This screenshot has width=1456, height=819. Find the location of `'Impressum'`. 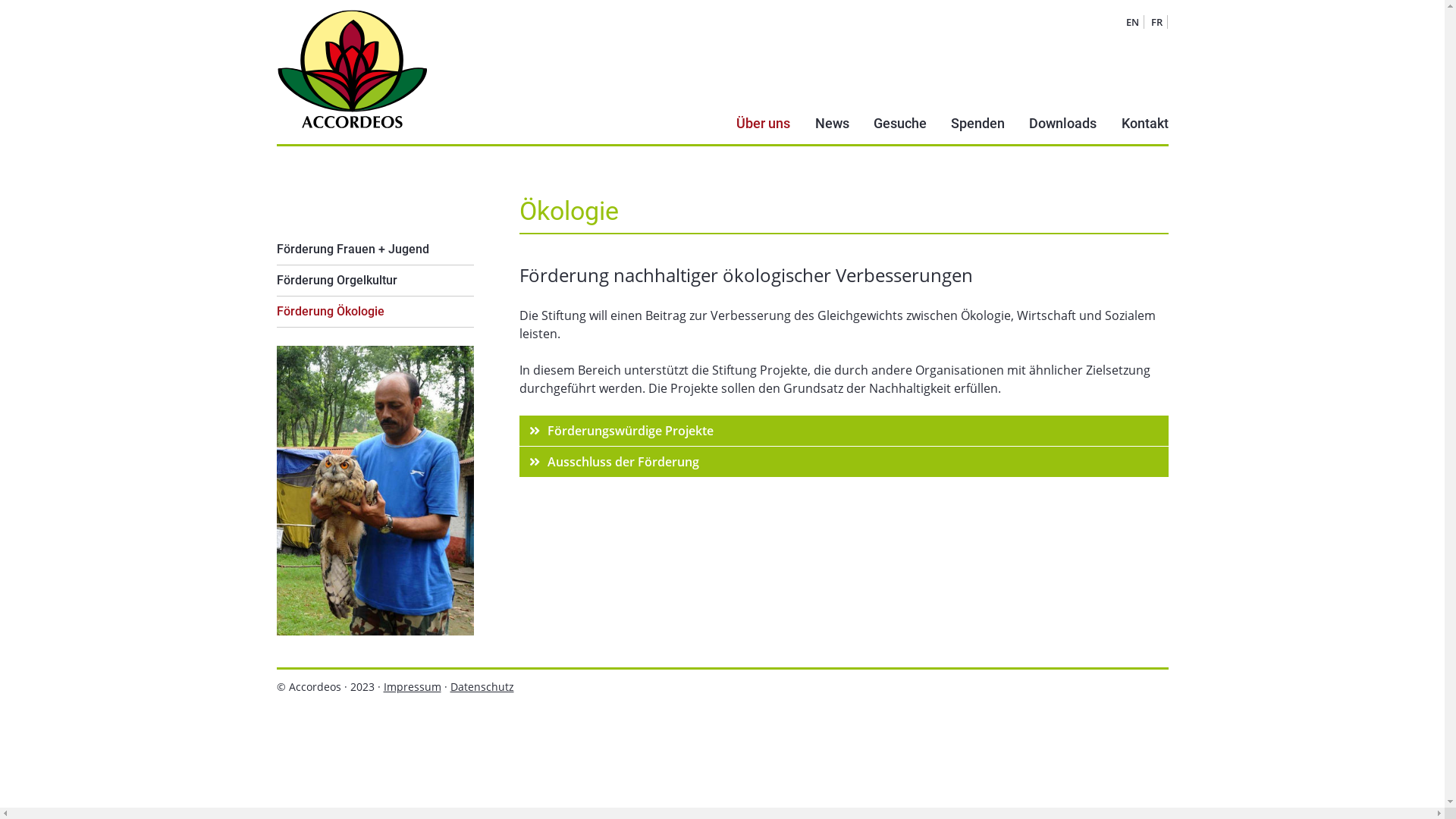

'Impressum' is located at coordinates (383, 686).